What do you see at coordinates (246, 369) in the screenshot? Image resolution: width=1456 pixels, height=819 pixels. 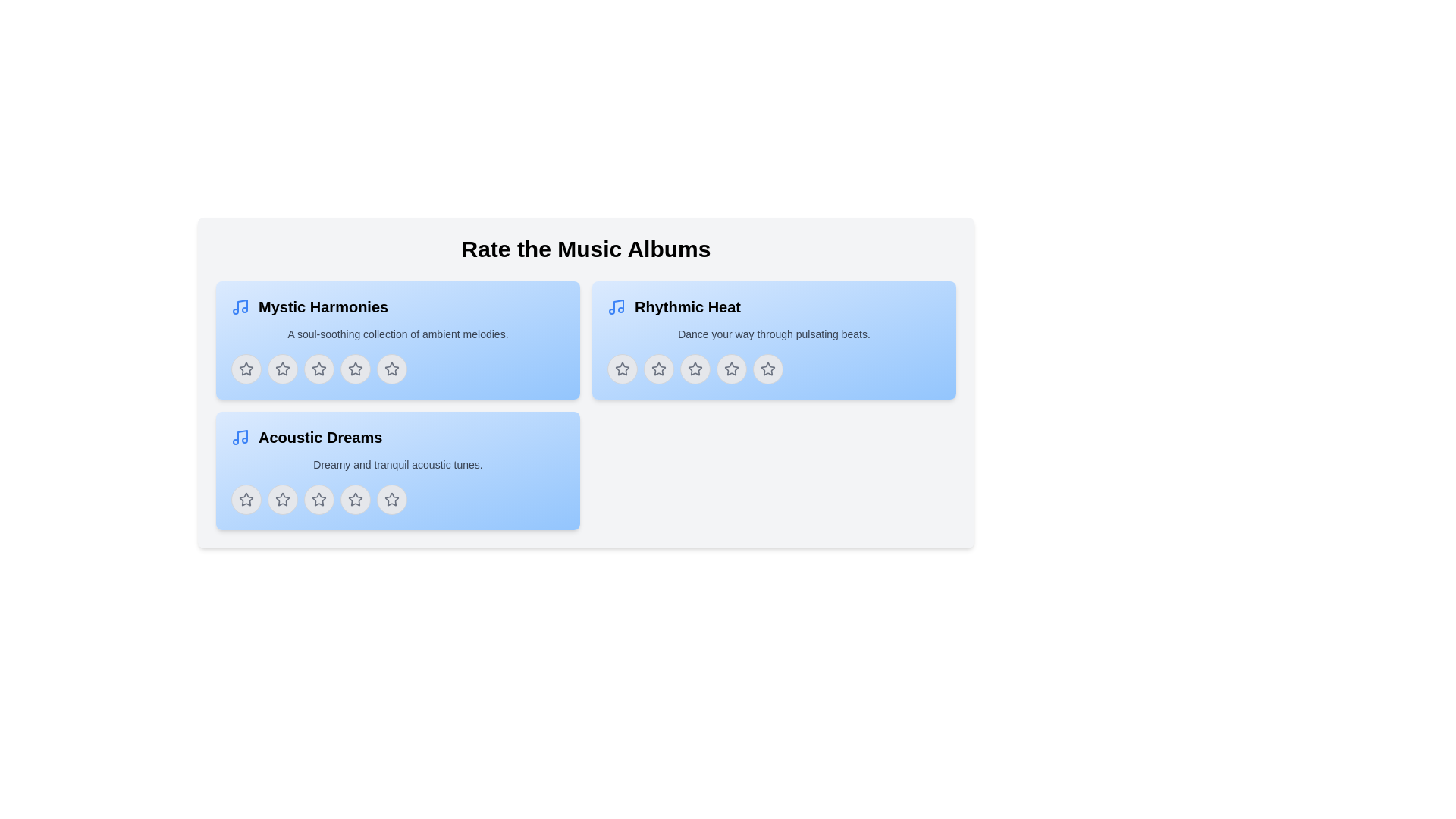 I see `the leftmost star icon in the Interactive Star Rating section under the 'Mystic Harmonies' album` at bounding box center [246, 369].